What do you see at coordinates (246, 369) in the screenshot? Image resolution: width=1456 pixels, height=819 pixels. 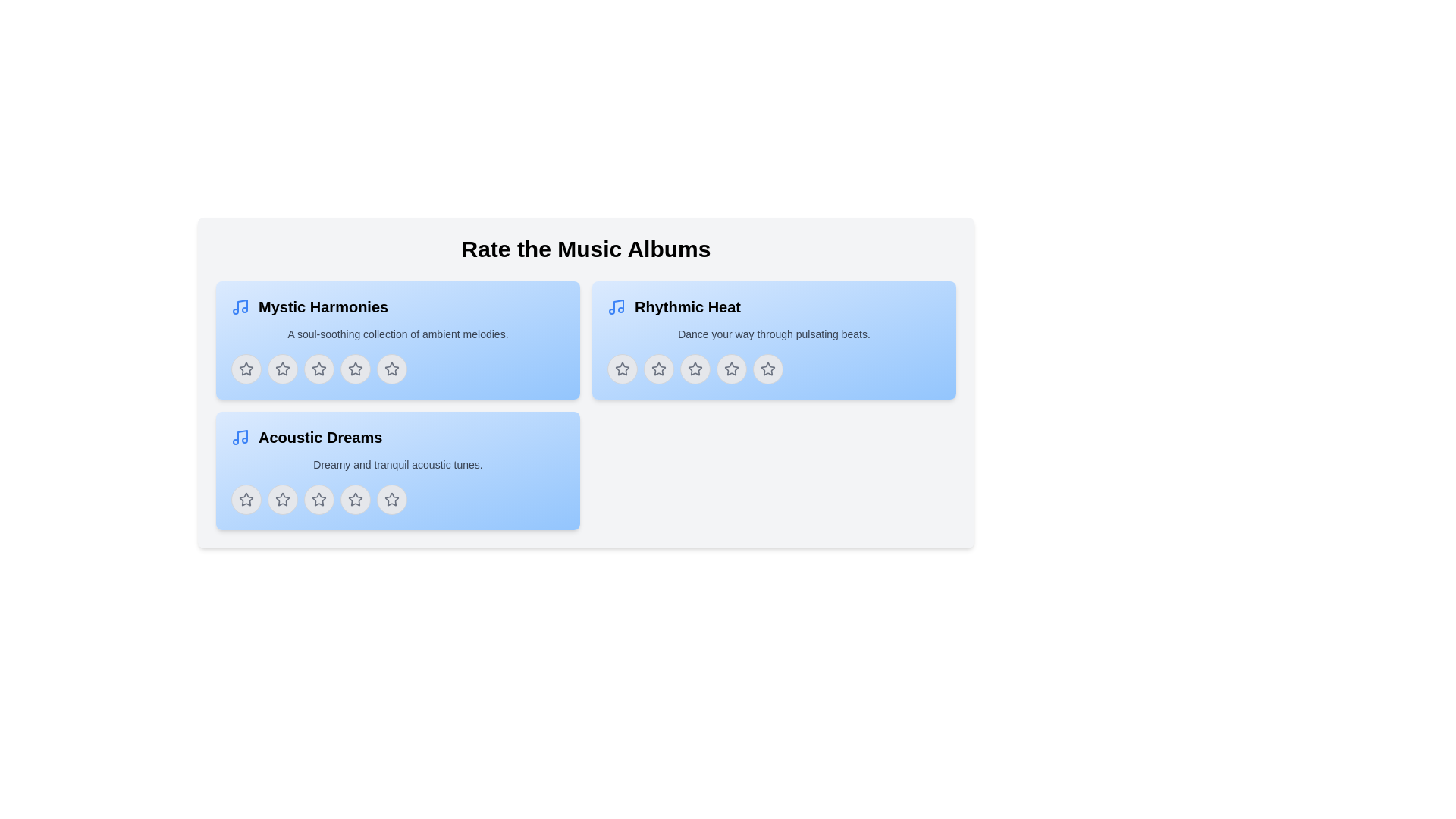 I see `the leftmost star icon in the Interactive Star Rating section under the 'Mystic Harmonies' album` at bounding box center [246, 369].